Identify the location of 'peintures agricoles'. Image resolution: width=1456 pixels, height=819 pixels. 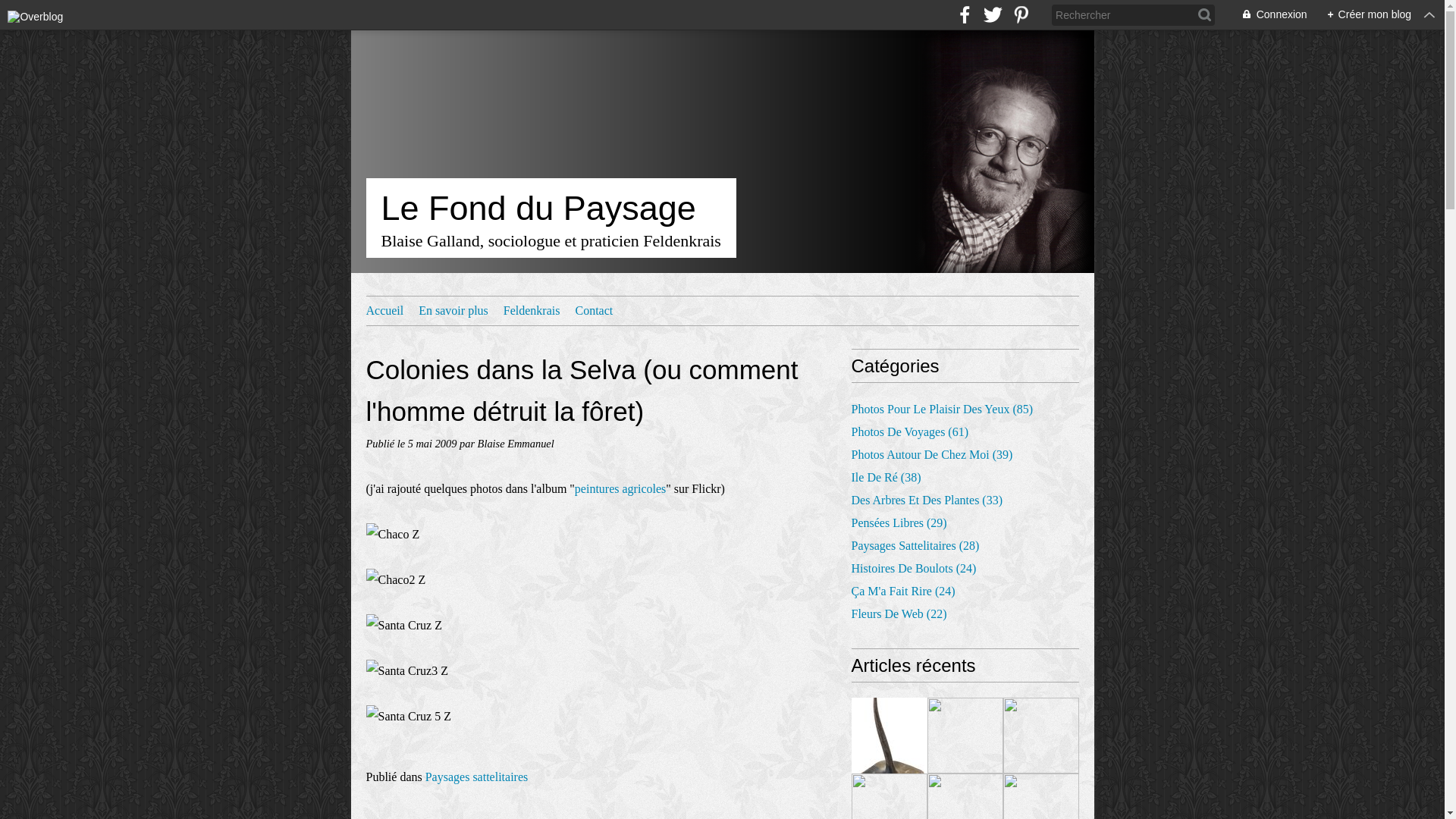
(620, 488).